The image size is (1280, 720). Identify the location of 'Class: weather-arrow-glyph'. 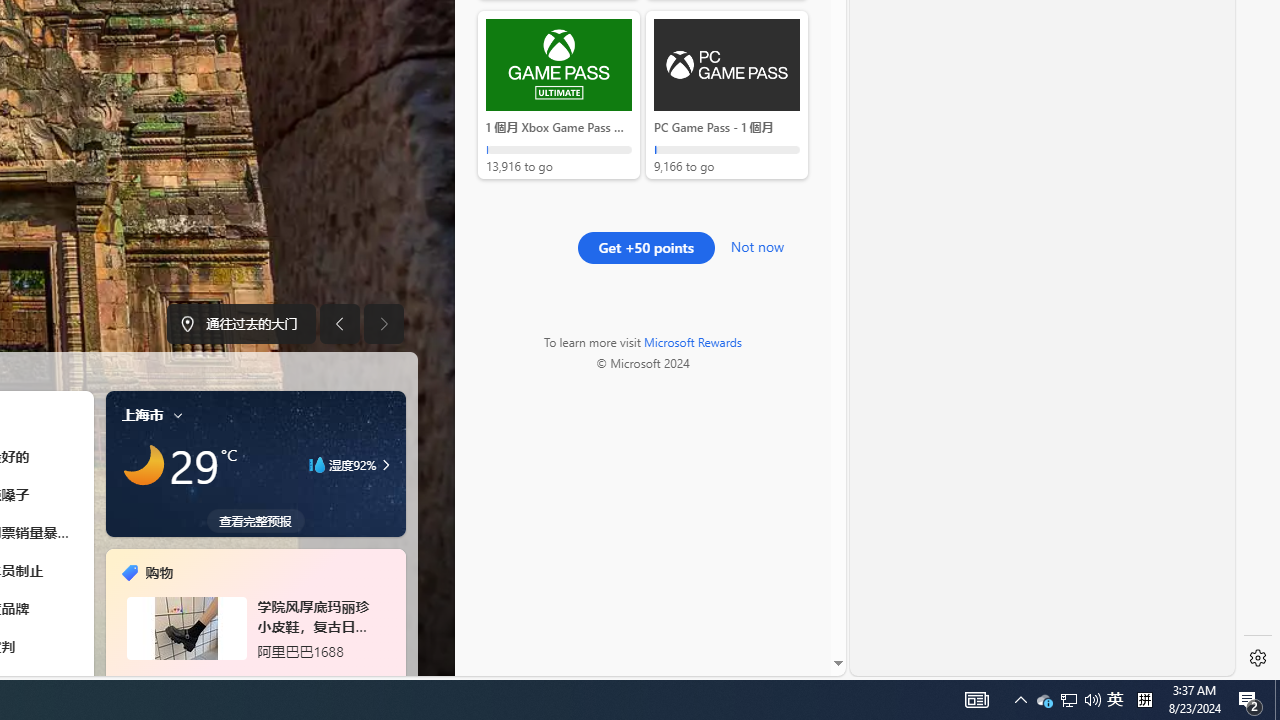
(385, 465).